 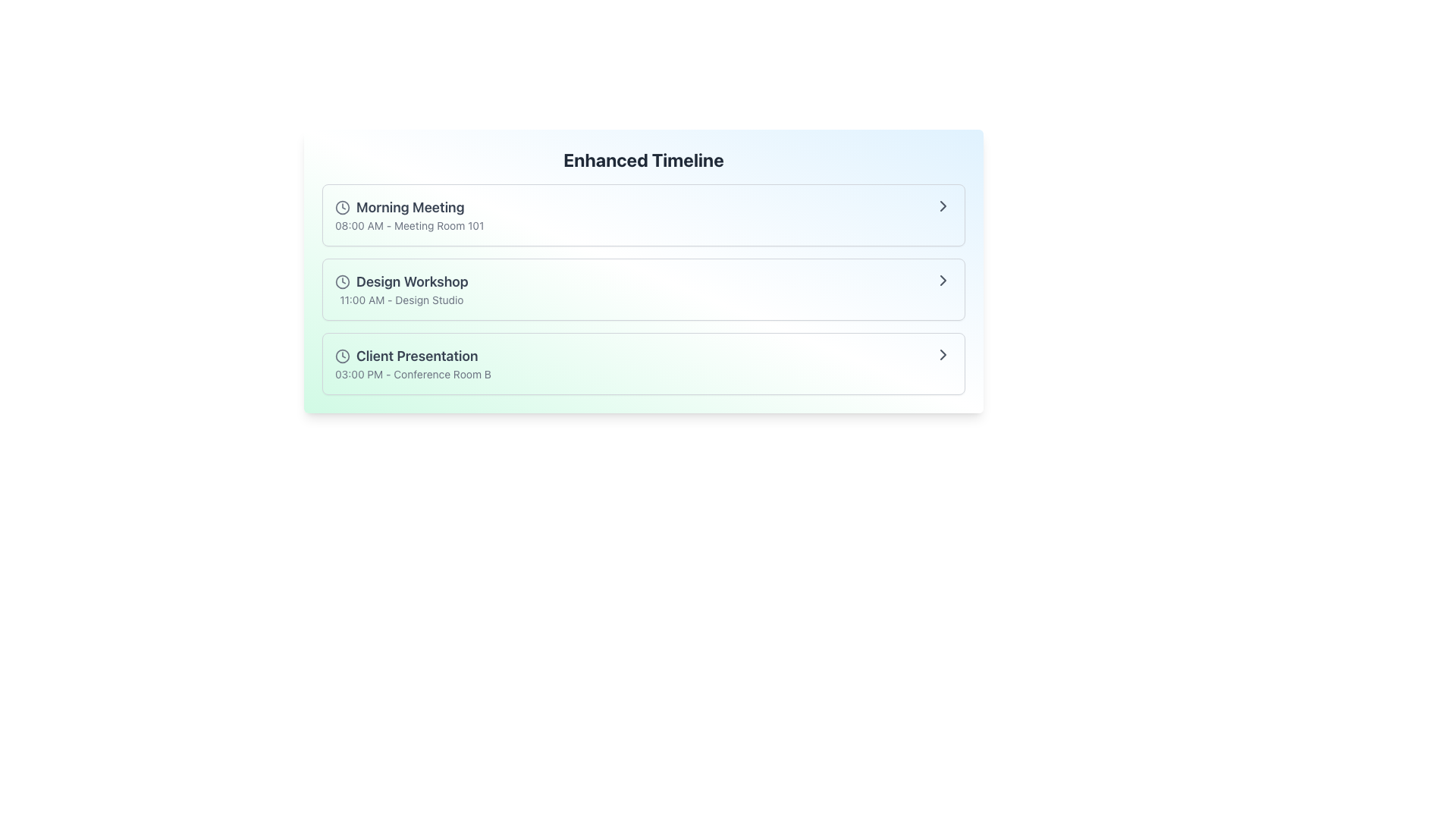 I want to click on the second item in the timeline interface that provides scheduling information about the 'Design Workshop' event, so click(x=401, y=289).